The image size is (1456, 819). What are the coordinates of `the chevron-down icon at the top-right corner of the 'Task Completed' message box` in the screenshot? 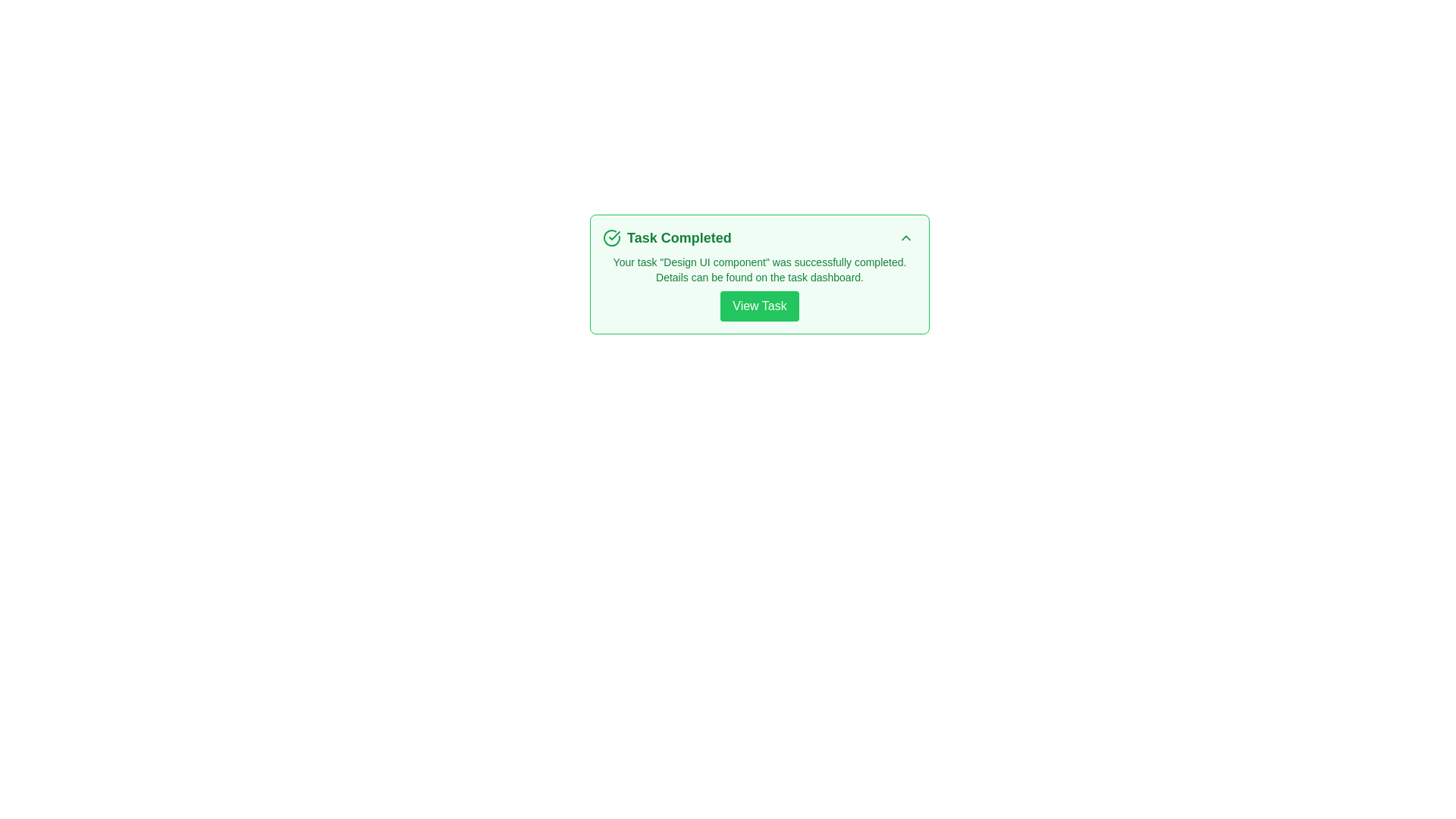 It's located at (906, 237).